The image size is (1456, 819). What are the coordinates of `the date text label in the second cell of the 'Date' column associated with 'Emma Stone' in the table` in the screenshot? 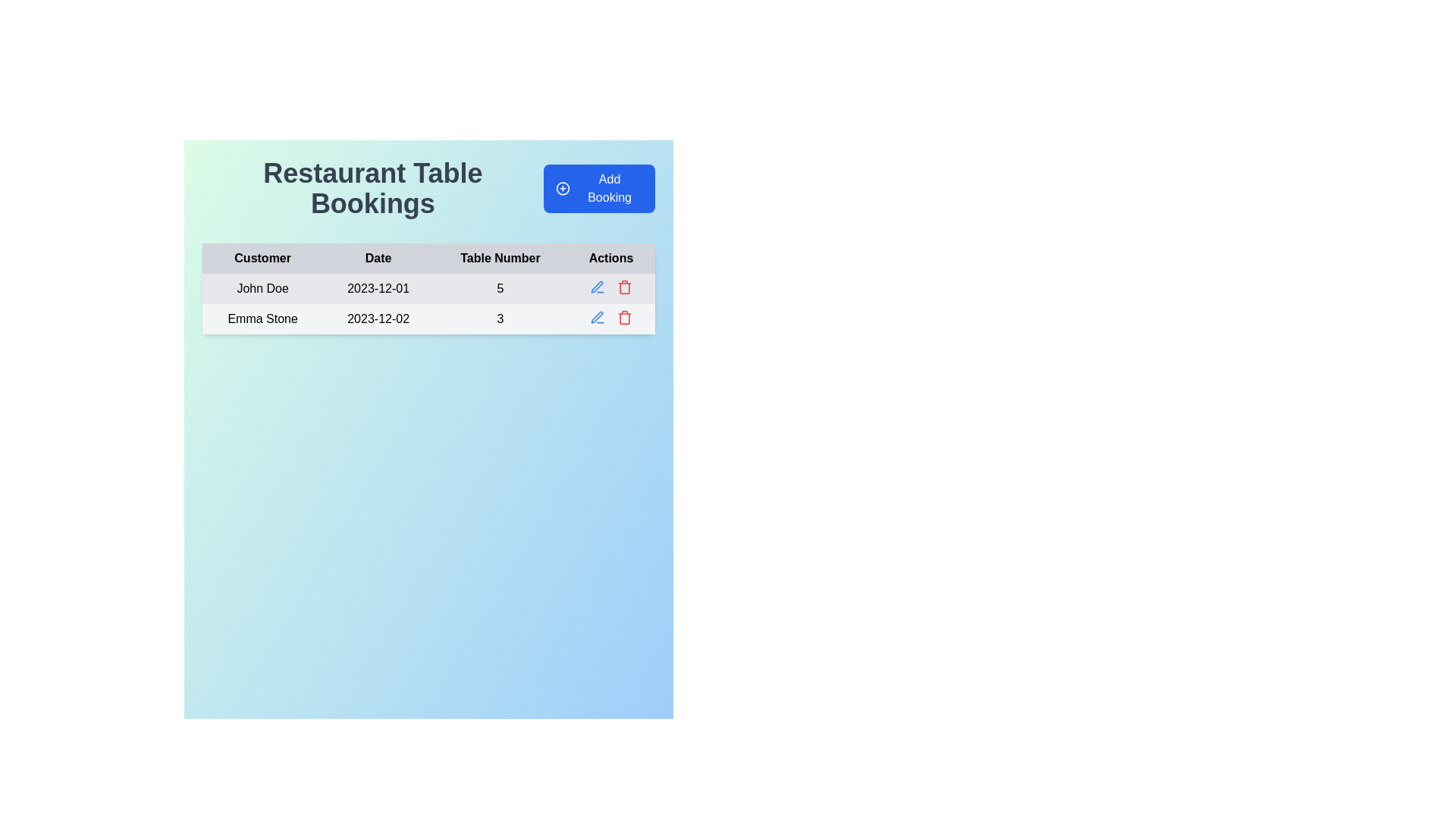 It's located at (378, 318).